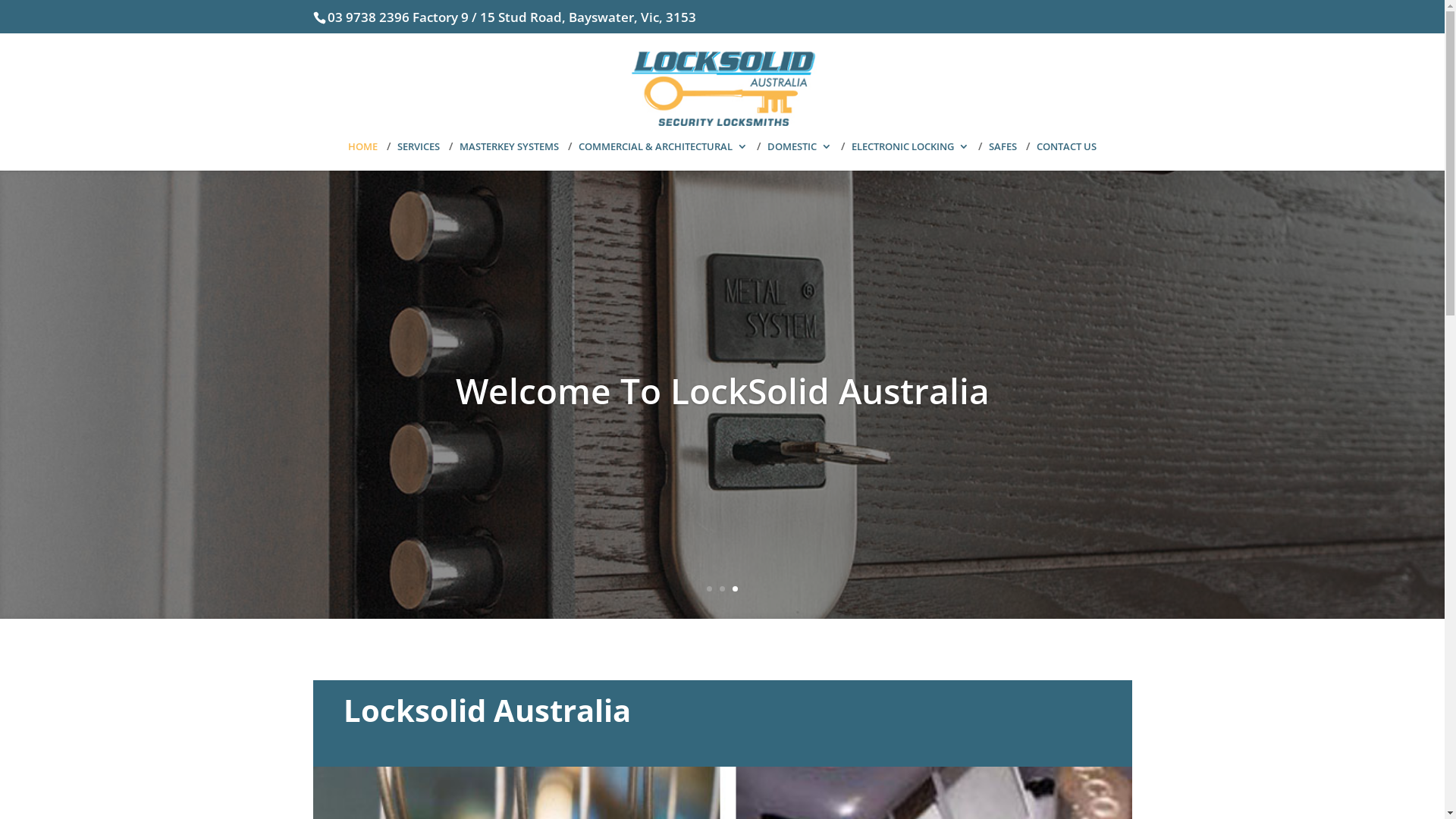  I want to click on 'MASTERKEY SYSTEMS', so click(509, 155).